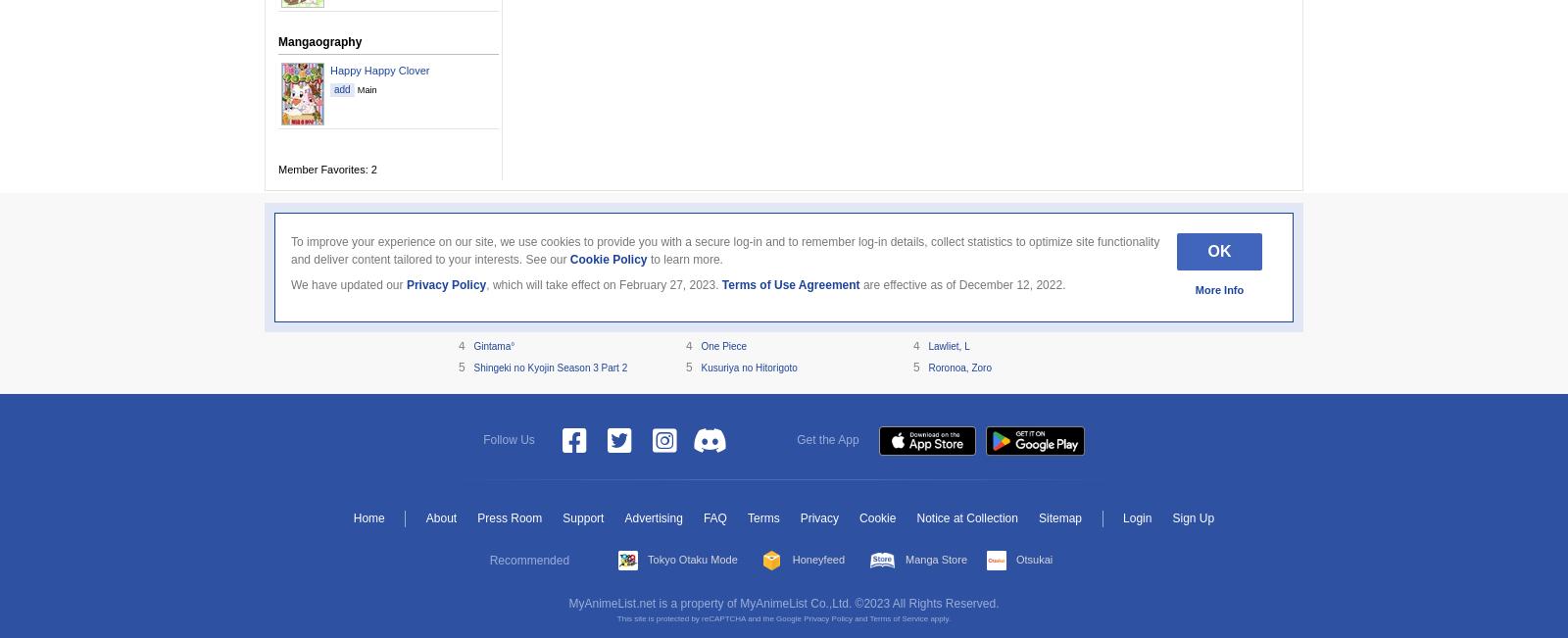 This screenshot has height=638, width=1568. I want to click on 'MyAnimeList.net is a property of MyAnimeList Co.,Ltd. ©2023 All Rights Reserved.', so click(567, 602).